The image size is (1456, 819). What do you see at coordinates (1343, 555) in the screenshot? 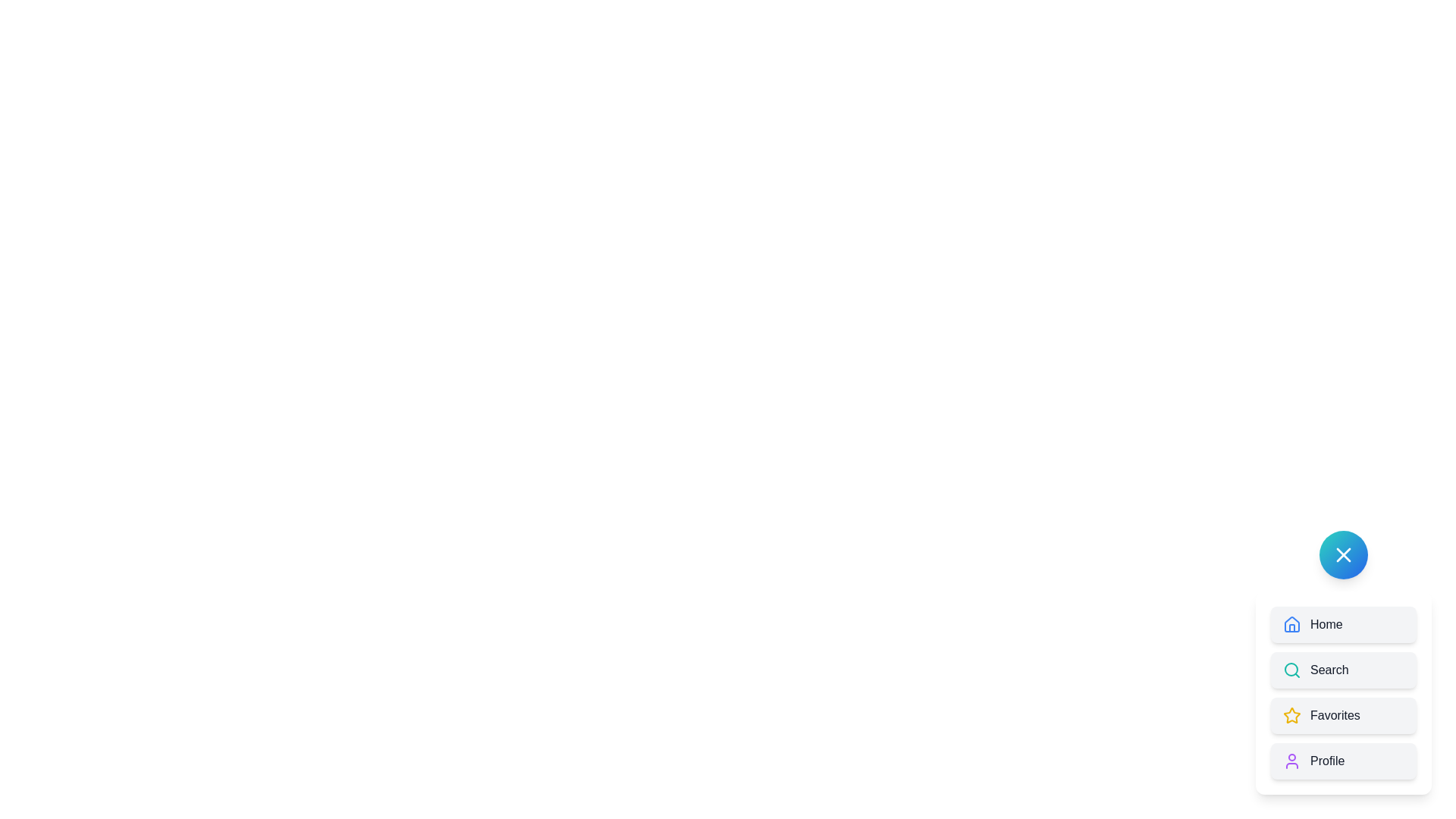
I see `the 'X' icon button styled in white with rounded edges, located within a circular gradient background` at bounding box center [1343, 555].